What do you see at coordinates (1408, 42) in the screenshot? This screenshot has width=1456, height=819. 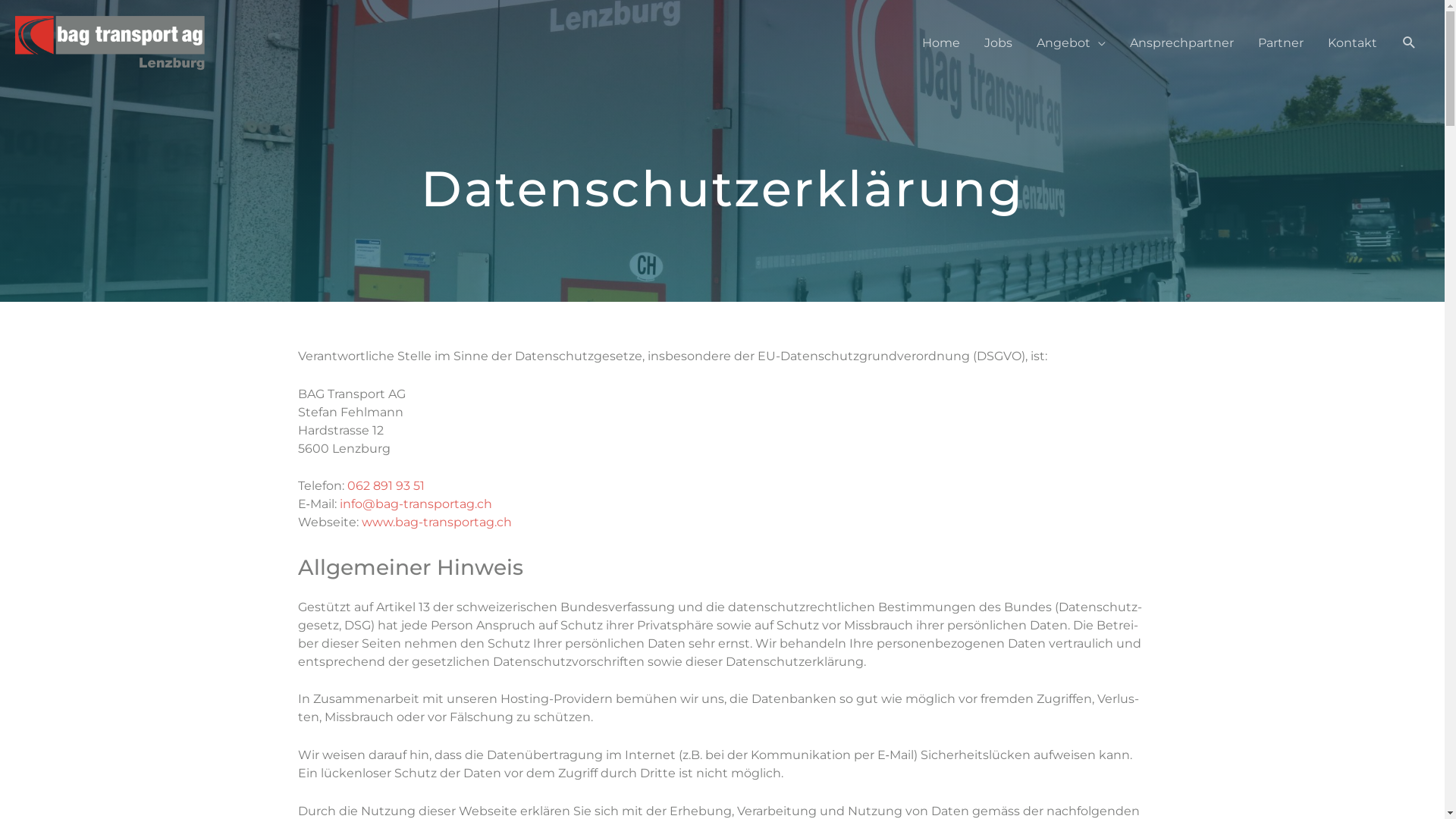 I see `'Suche'` at bounding box center [1408, 42].